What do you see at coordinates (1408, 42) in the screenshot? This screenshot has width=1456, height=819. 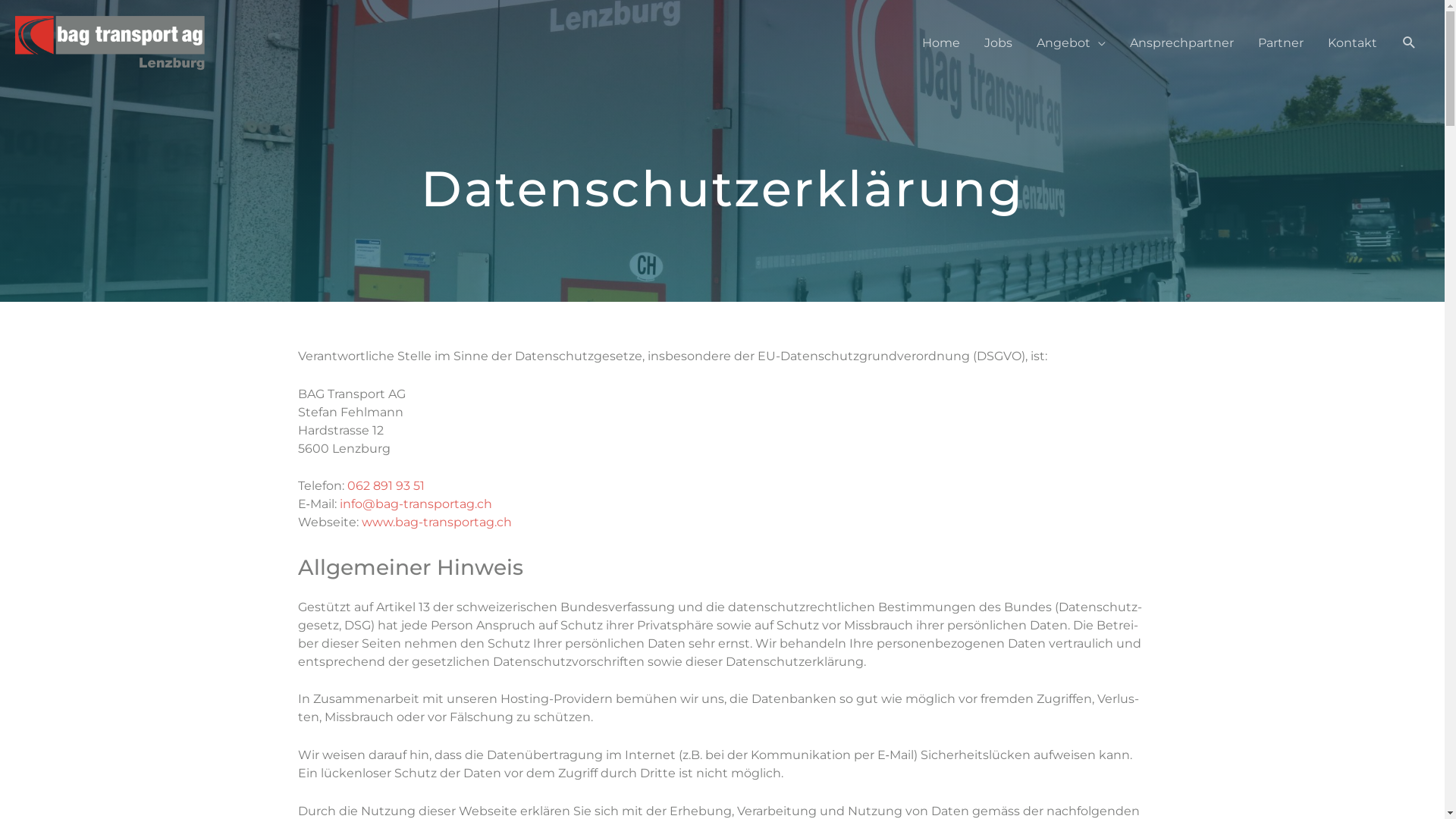 I see `'Suche'` at bounding box center [1408, 42].